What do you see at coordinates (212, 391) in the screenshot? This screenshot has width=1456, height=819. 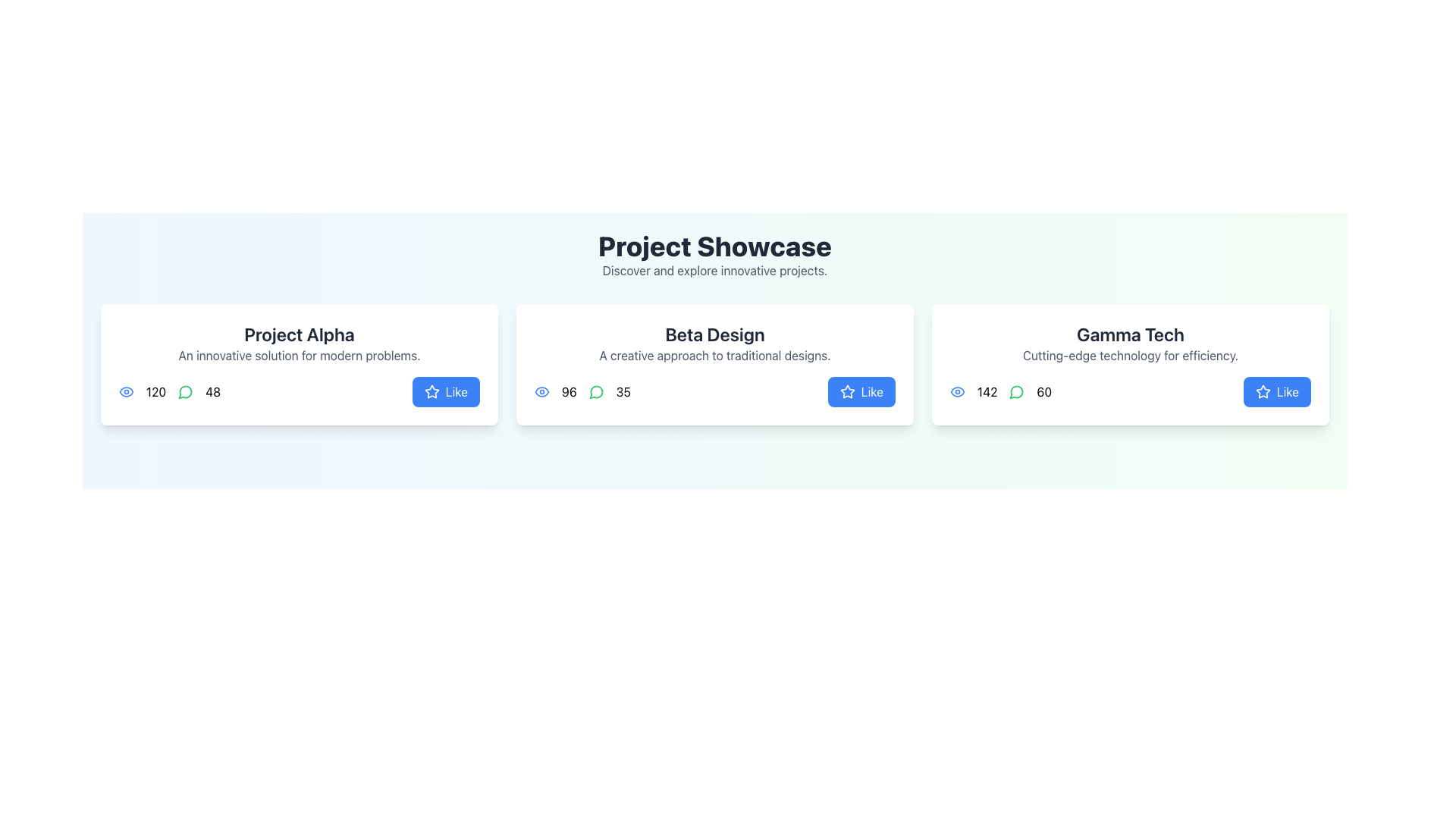 I see `the numeric text label displaying '48', which is positioned to the far right among its sibling numeric elements within a horizontal group of metrics` at bounding box center [212, 391].